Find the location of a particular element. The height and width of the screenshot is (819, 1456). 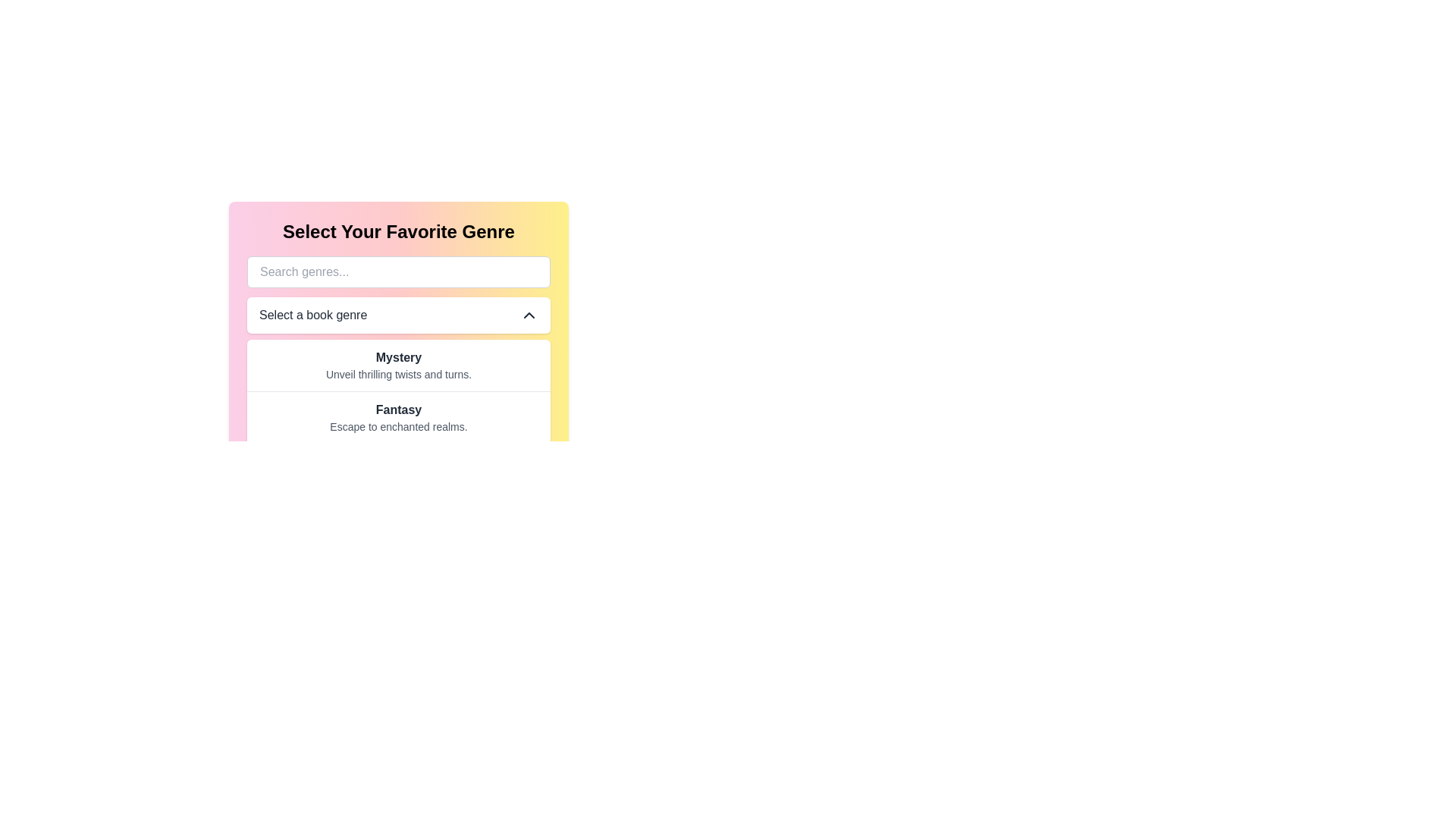

the text label that serves as the title for the 'Mystery' genre, which helps users identify and select this category is located at coordinates (399, 357).